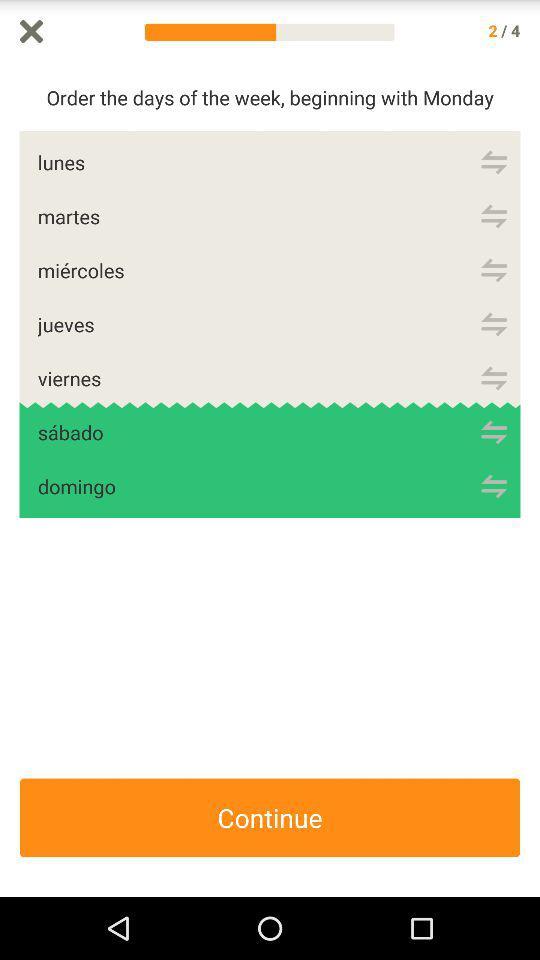 The width and height of the screenshot is (540, 960). I want to click on the swap icon, so click(493, 231).